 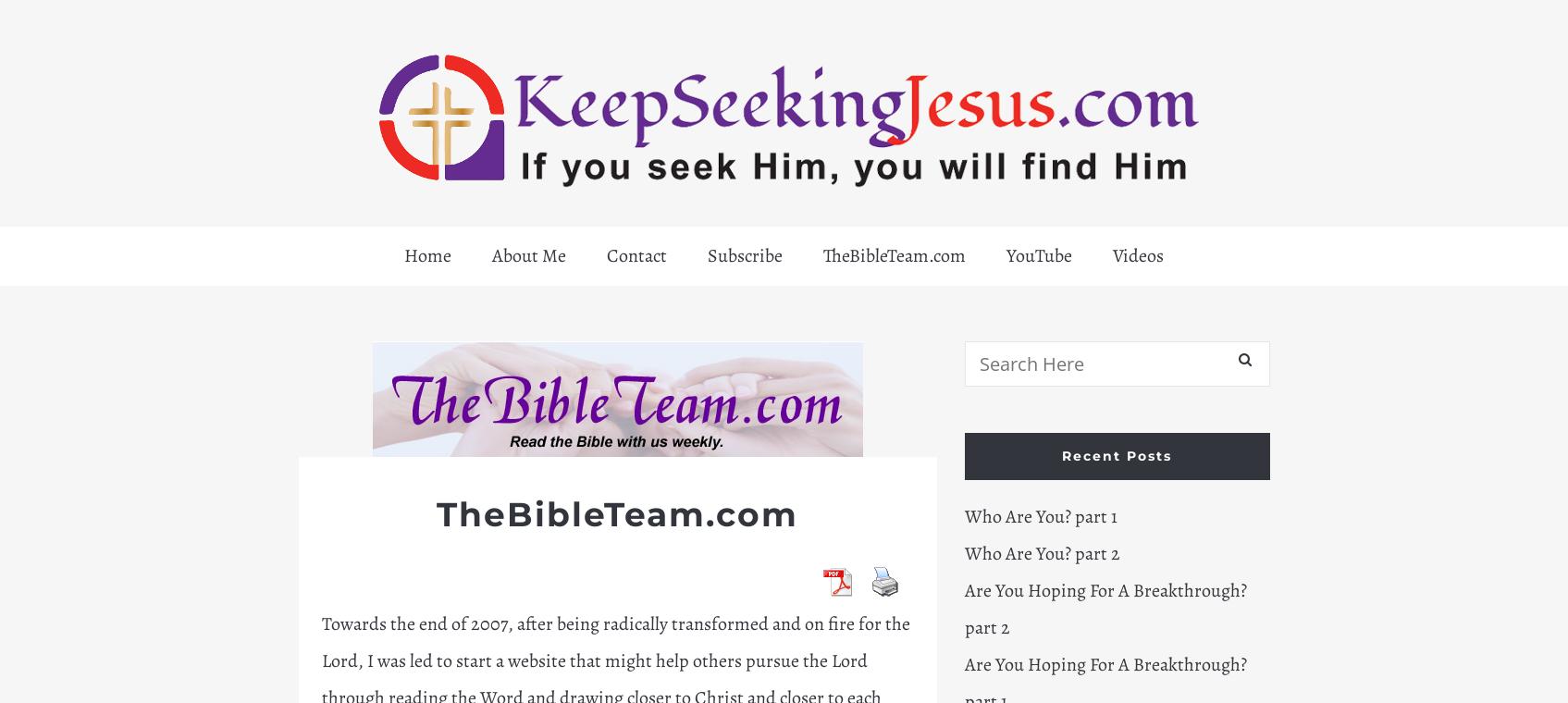 What do you see at coordinates (1138, 254) in the screenshot?
I see `'Videos'` at bounding box center [1138, 254].